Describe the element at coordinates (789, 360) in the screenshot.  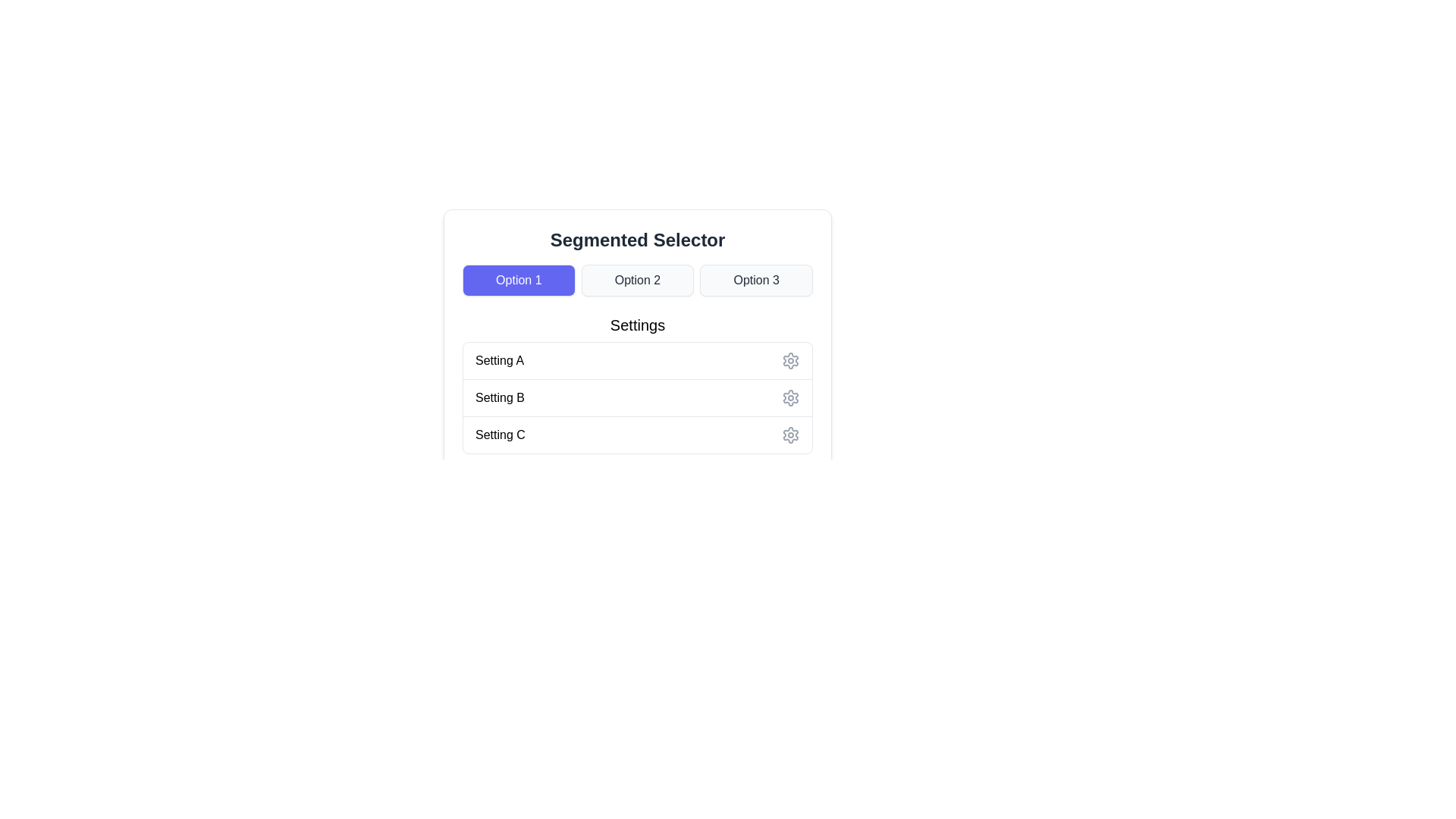
I see `the gear-shaped settings icon located to the right of the 'Setting A' label` at that location.